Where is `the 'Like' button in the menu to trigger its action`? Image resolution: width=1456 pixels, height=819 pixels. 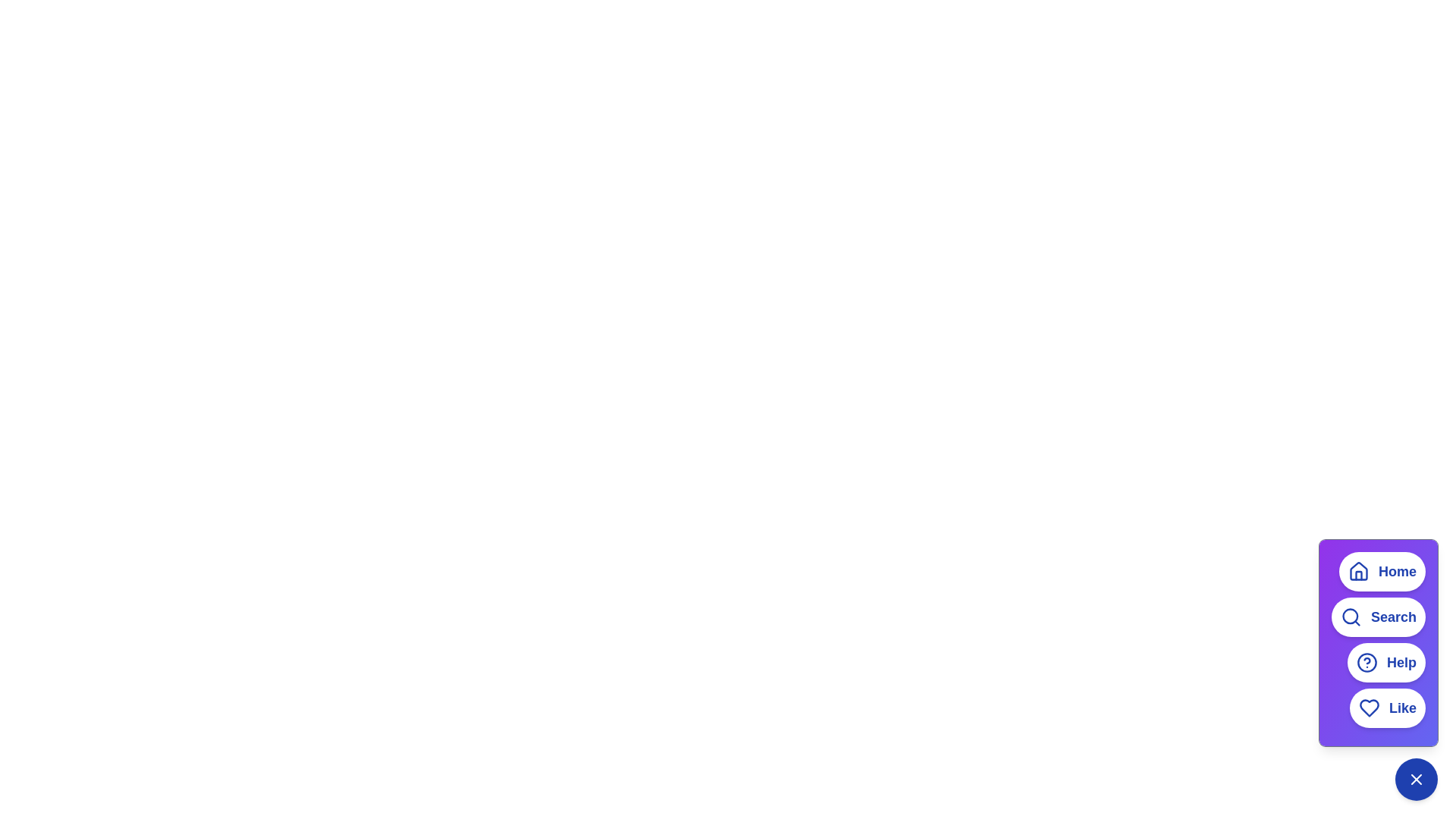 the 'Like' button in the menu to trigger its action is located at coordinates (1387, 708).